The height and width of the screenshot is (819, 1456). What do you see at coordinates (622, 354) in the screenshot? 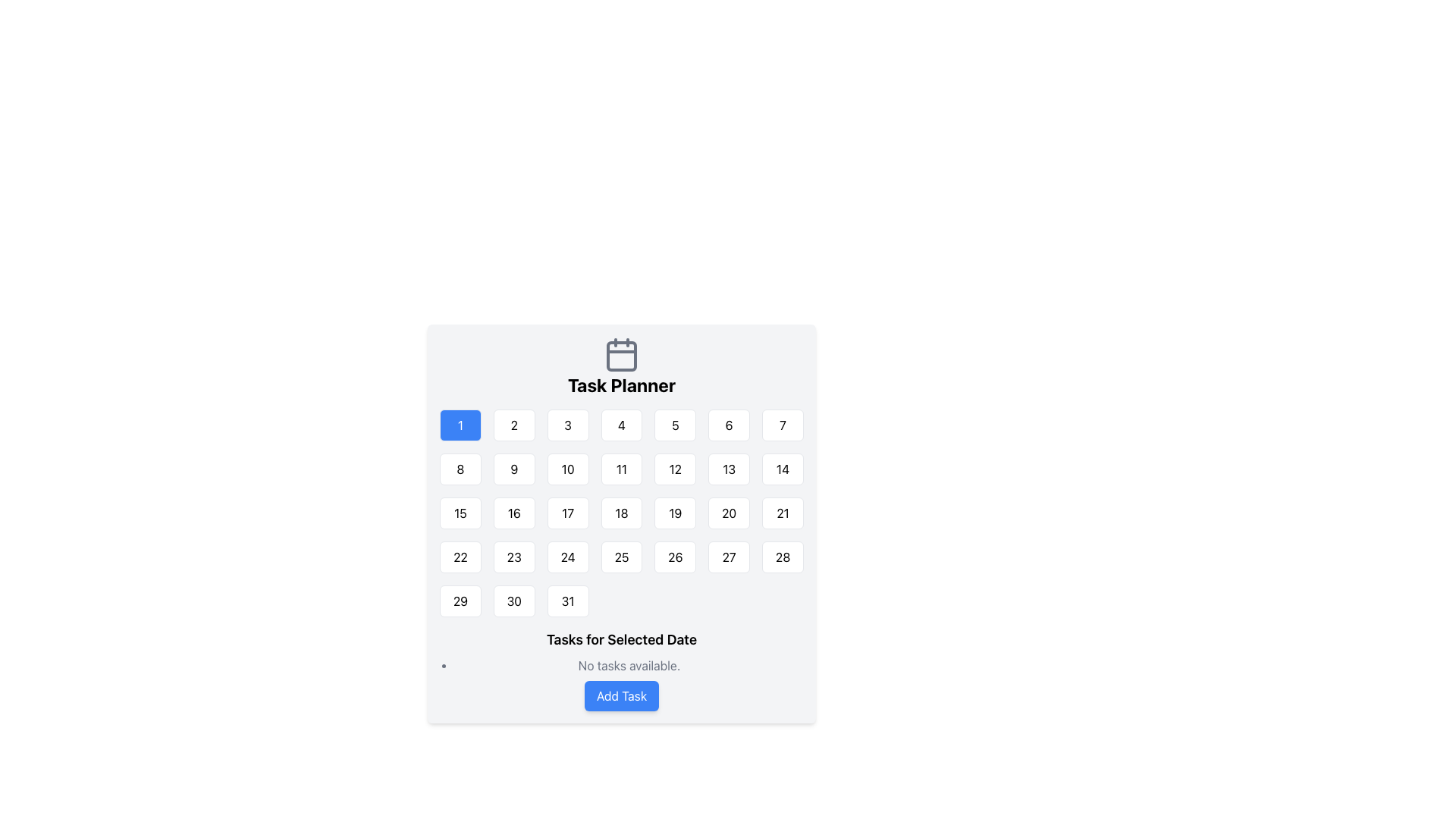
I see `the calendar icon in the 'Task Planner' header, which visually supports the functionality of the planner` at bounding box center [622, 354].